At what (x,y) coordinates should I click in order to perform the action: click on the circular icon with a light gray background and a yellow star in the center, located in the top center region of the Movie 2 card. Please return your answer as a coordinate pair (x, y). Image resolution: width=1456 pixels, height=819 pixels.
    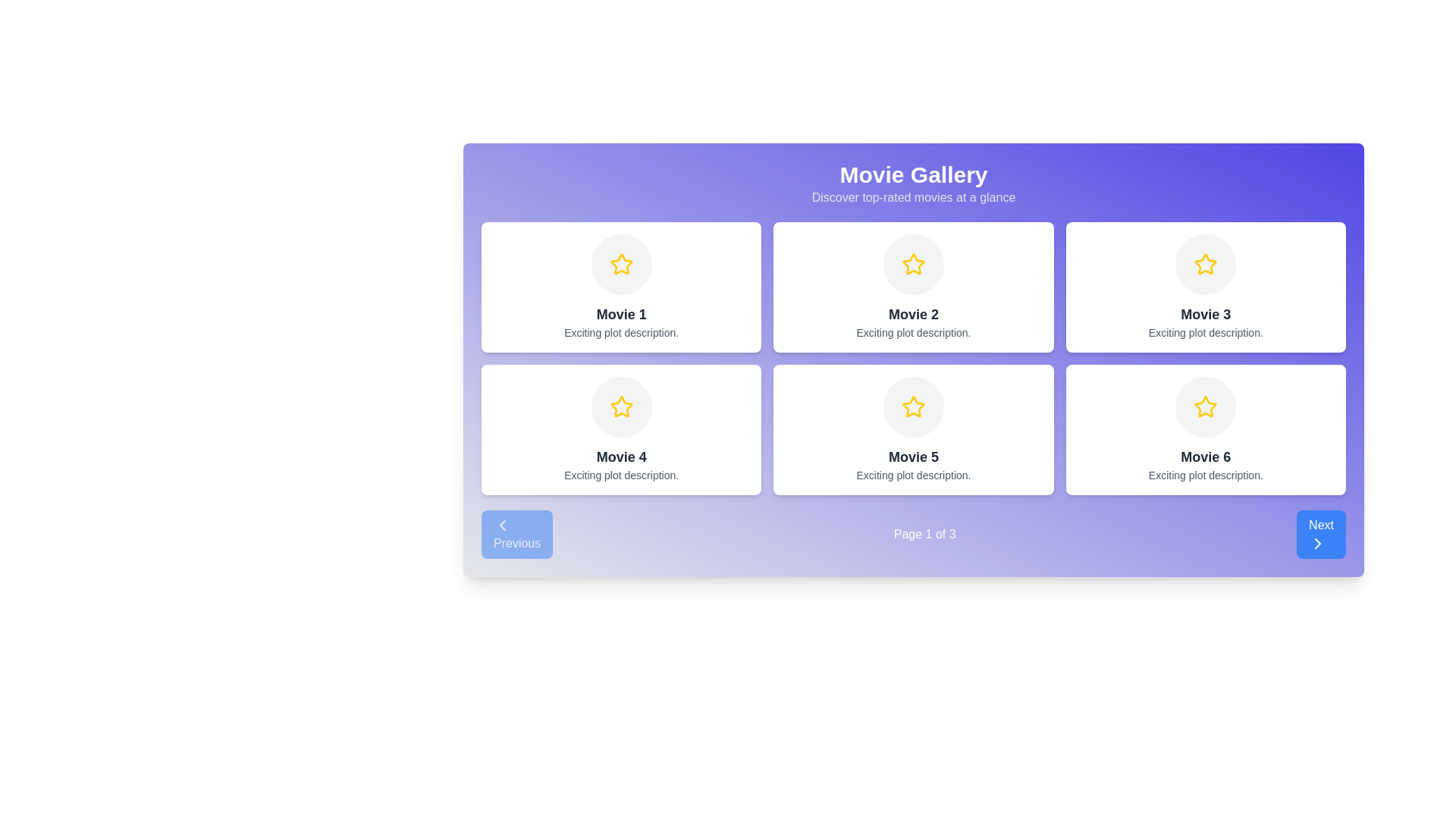
    Looking at the image, I should click on (912, 263).